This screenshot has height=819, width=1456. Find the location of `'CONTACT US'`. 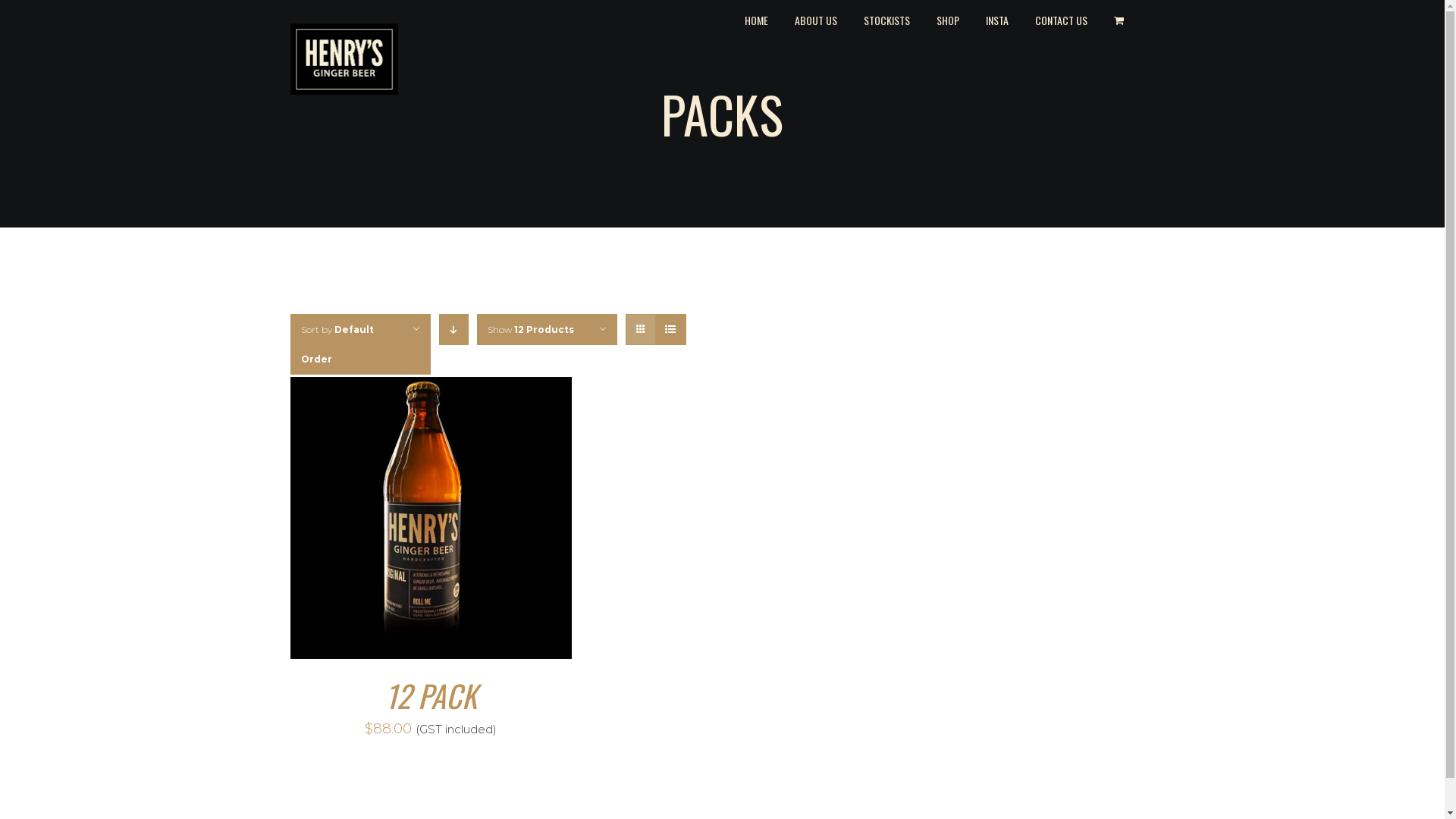

'CONTACT US' is located at coordinates (1059, 18).